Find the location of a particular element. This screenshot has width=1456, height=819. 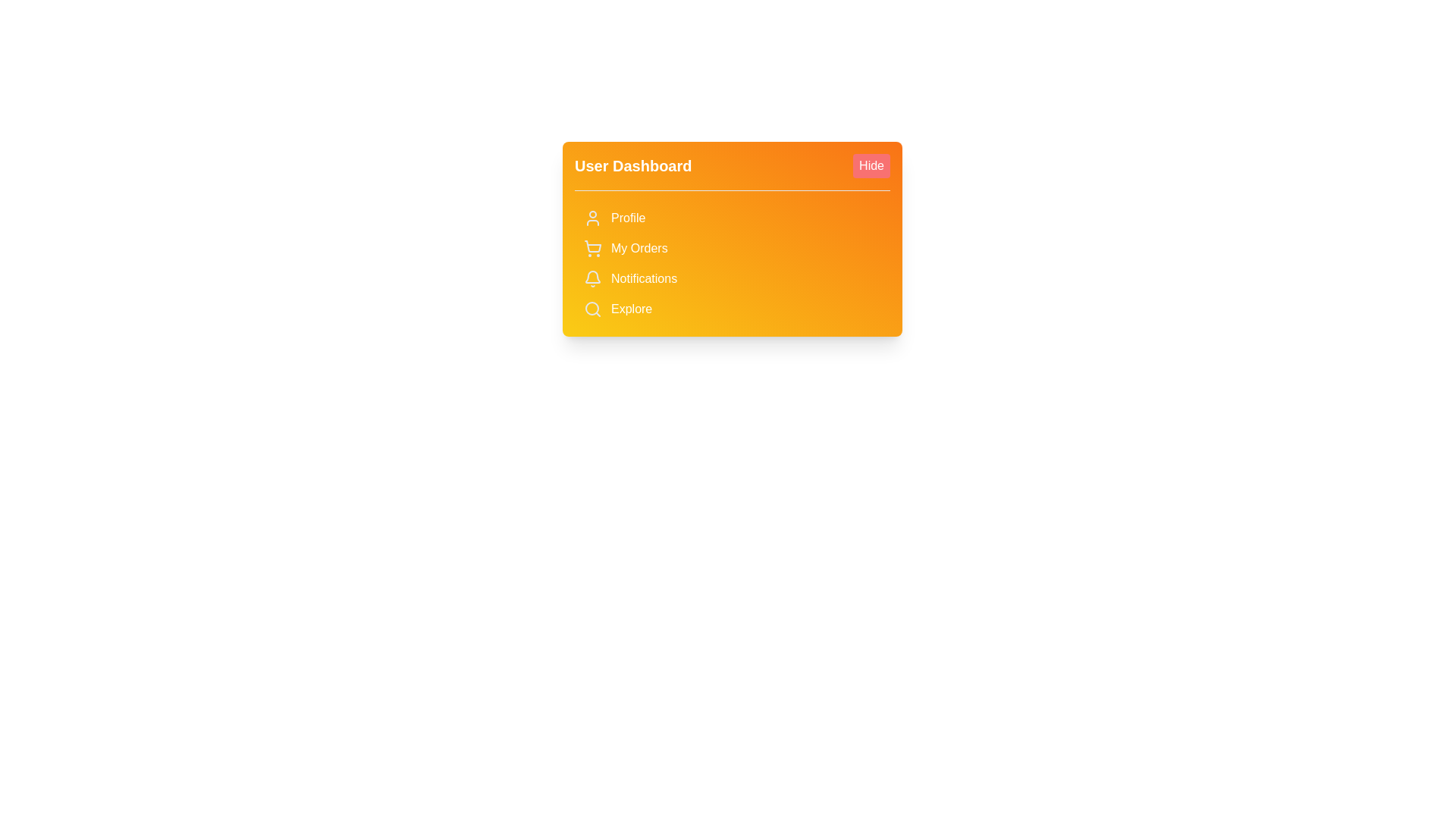

the 'Notifications' button to access the Notifications section is located at coordinates (732, 278).